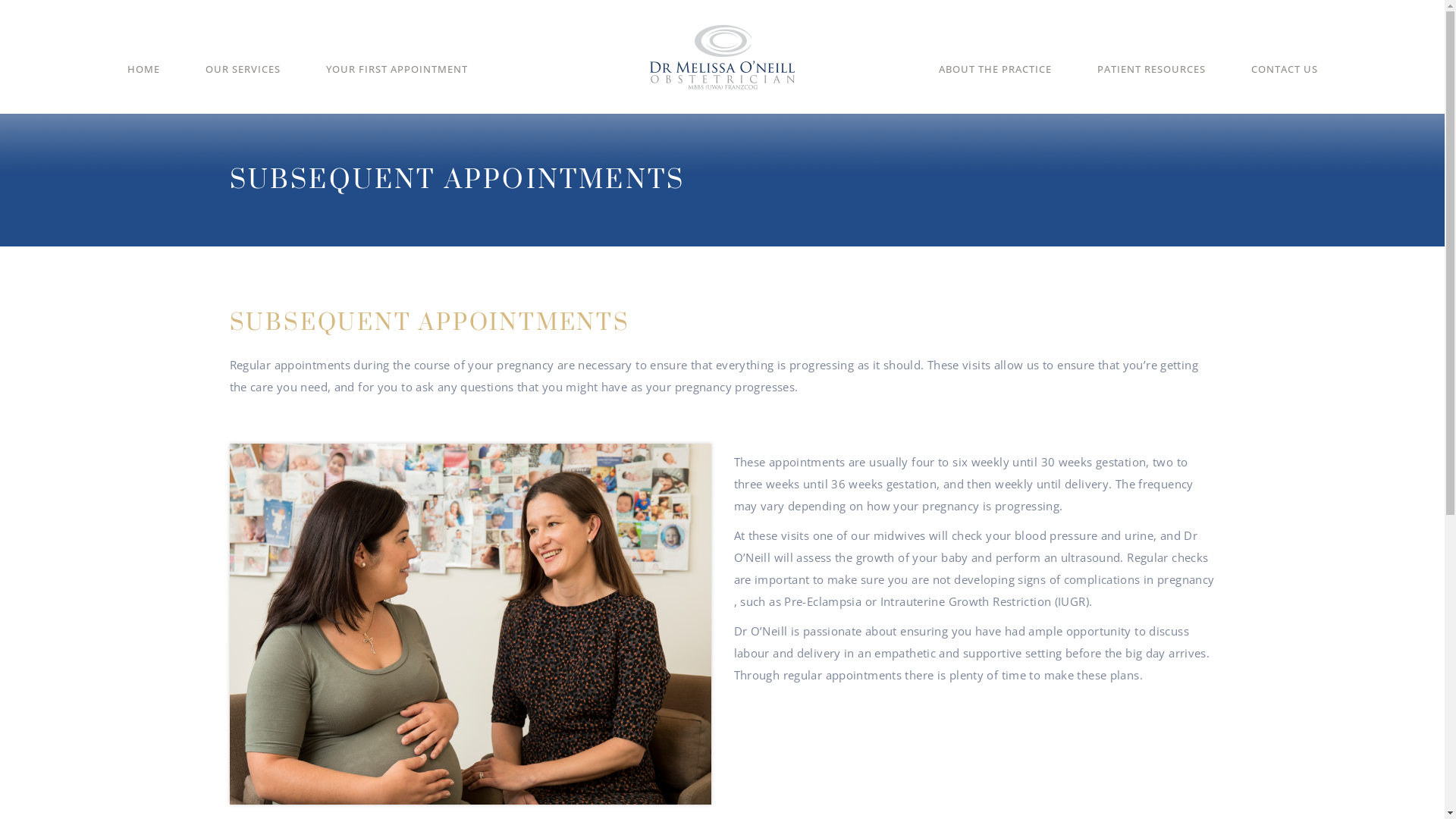  What do you see at coordinates (143, 80) in the screenshot?
I see `'HOME'` at bounding box center [143, 80].